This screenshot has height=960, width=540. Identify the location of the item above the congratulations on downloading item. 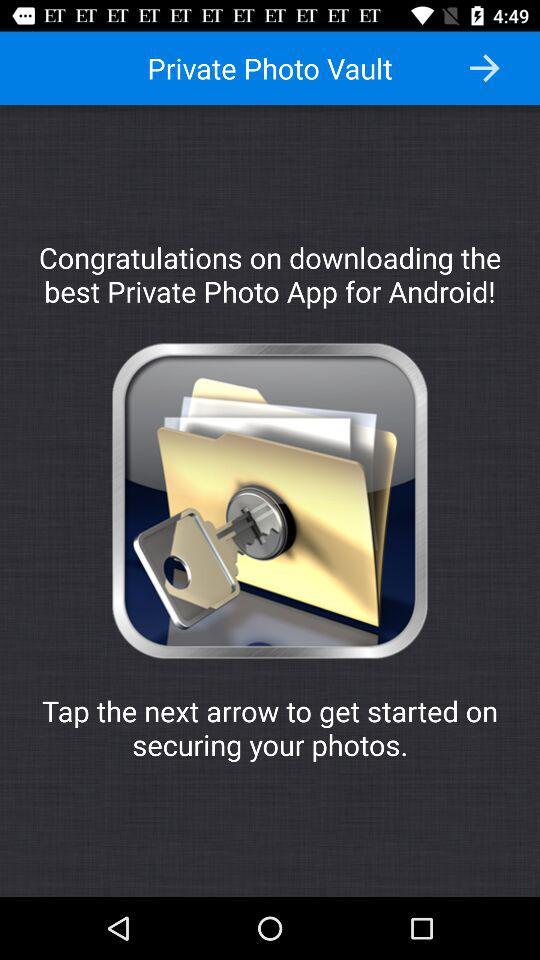
(483, 68).